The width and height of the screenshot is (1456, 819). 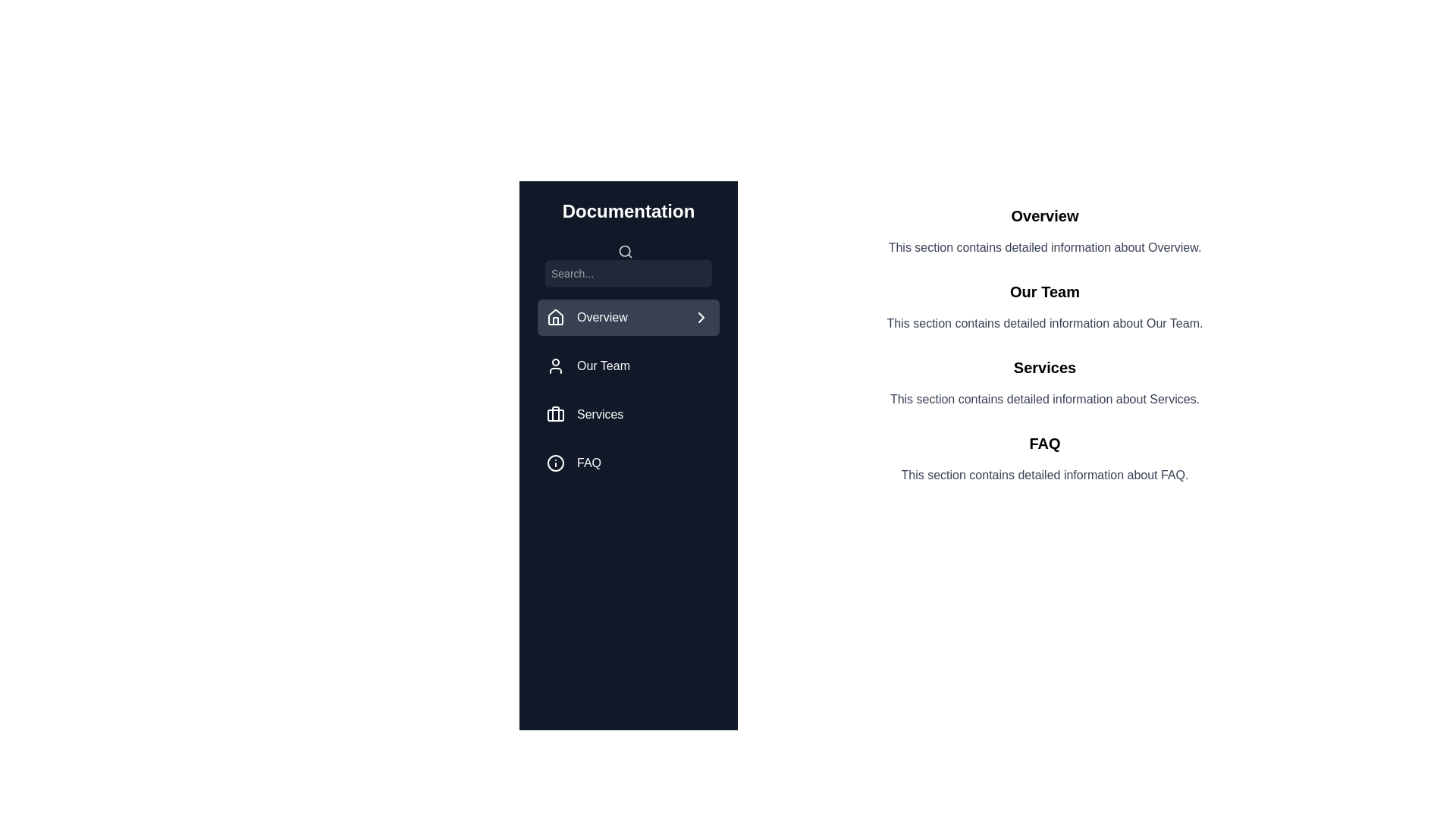 I want to click on text displayed on the 'Services' label located in the left vertical navigation bar, which appears in a white sans-serif font against a dark background, so click(x=599, y=415).